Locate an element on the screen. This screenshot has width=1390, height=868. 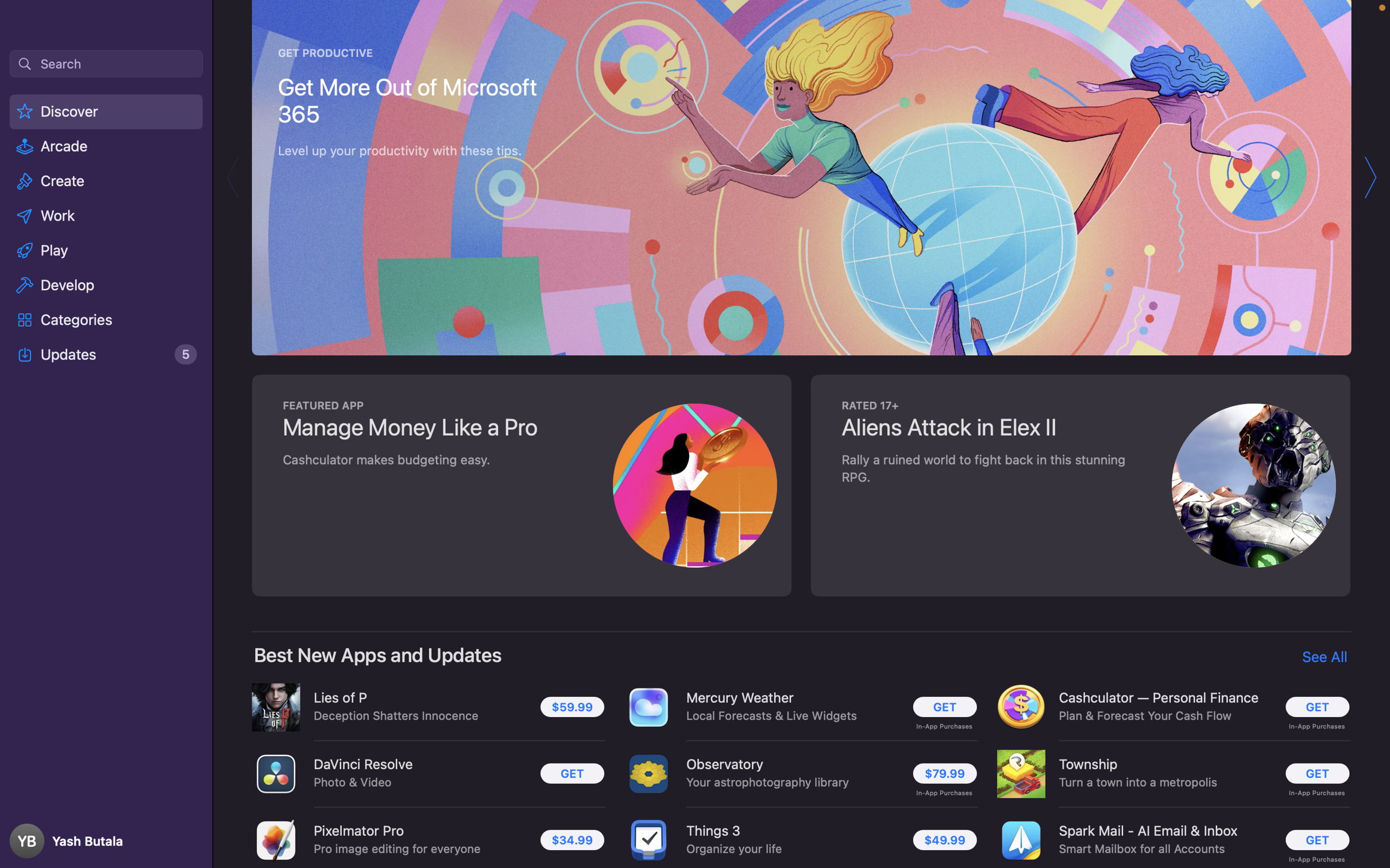
the "Create" feature is located at coordinates (106, 183).